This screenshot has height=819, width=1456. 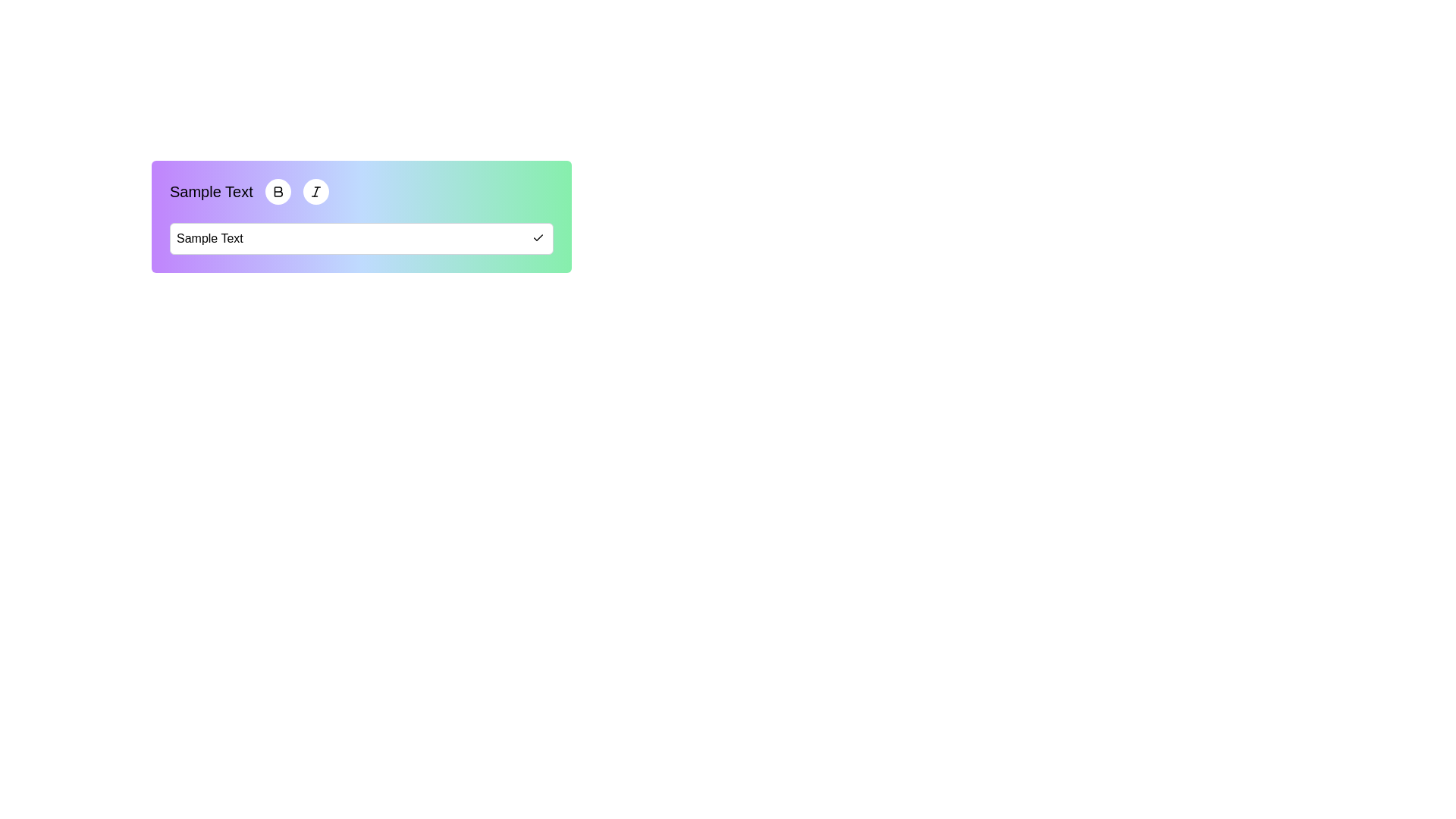 What do you see at coordinates (538, 237) in the screenshot?
I see `the SVG-based checkmark icon located in the top-right corner of the input field to indicate confirmation or selection` at bounding box center [538, 237].